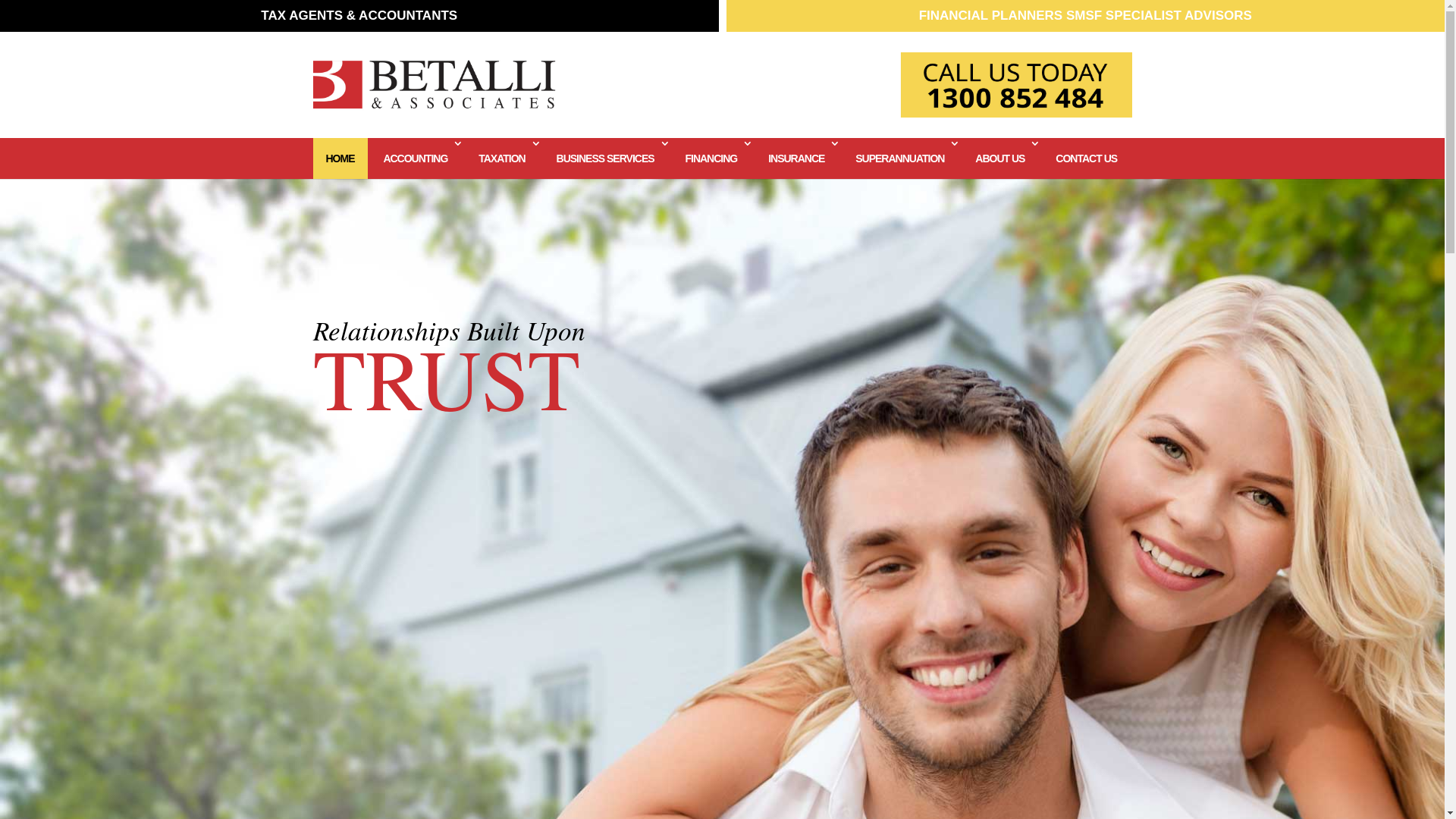  I want to click on 'CONTACT US', so click(1041, 158).